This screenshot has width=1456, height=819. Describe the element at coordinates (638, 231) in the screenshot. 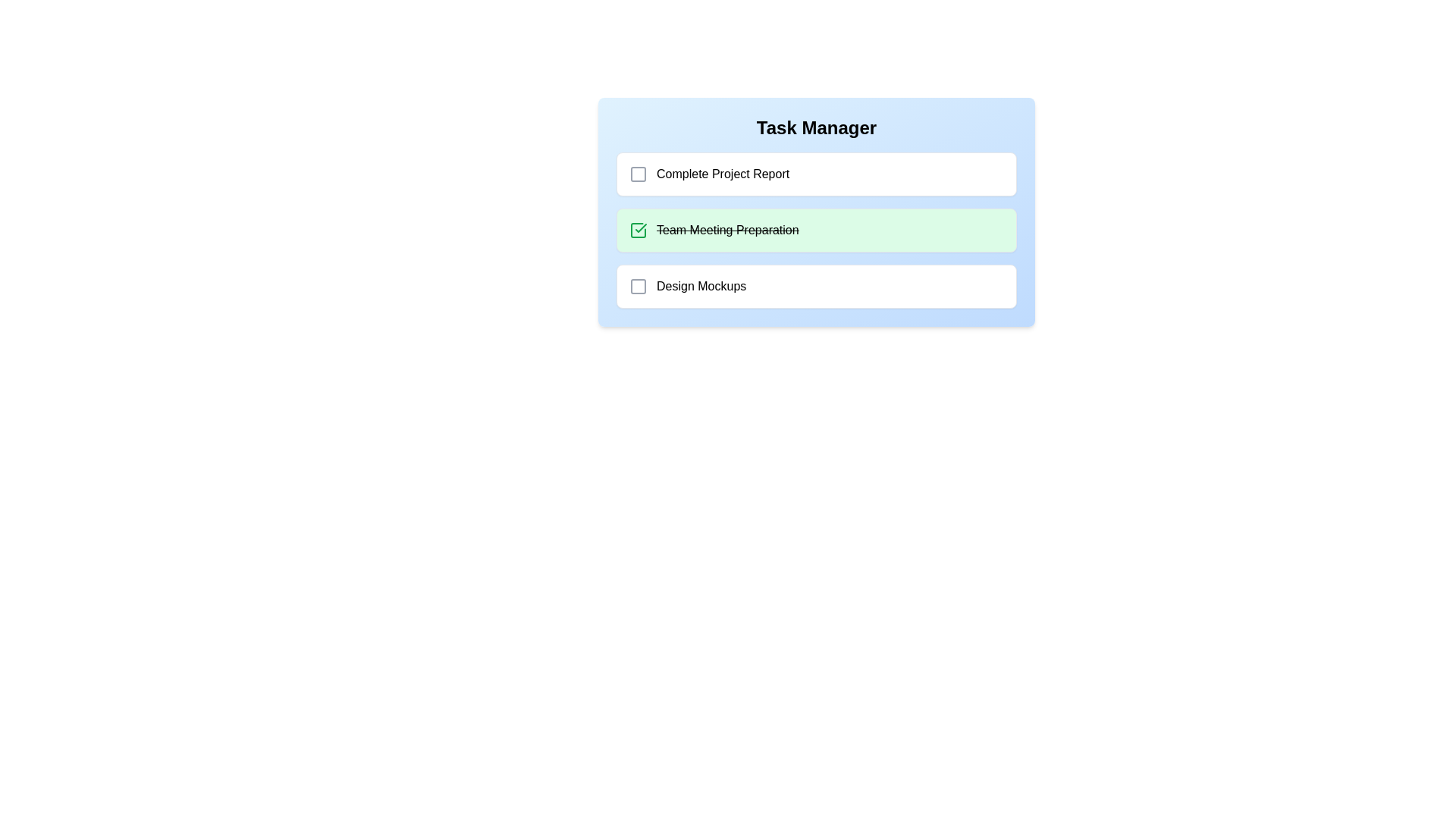

I see `the checked checkbox indicating that the task 'Team Meeting Preparation' is selected or completed` at that location.